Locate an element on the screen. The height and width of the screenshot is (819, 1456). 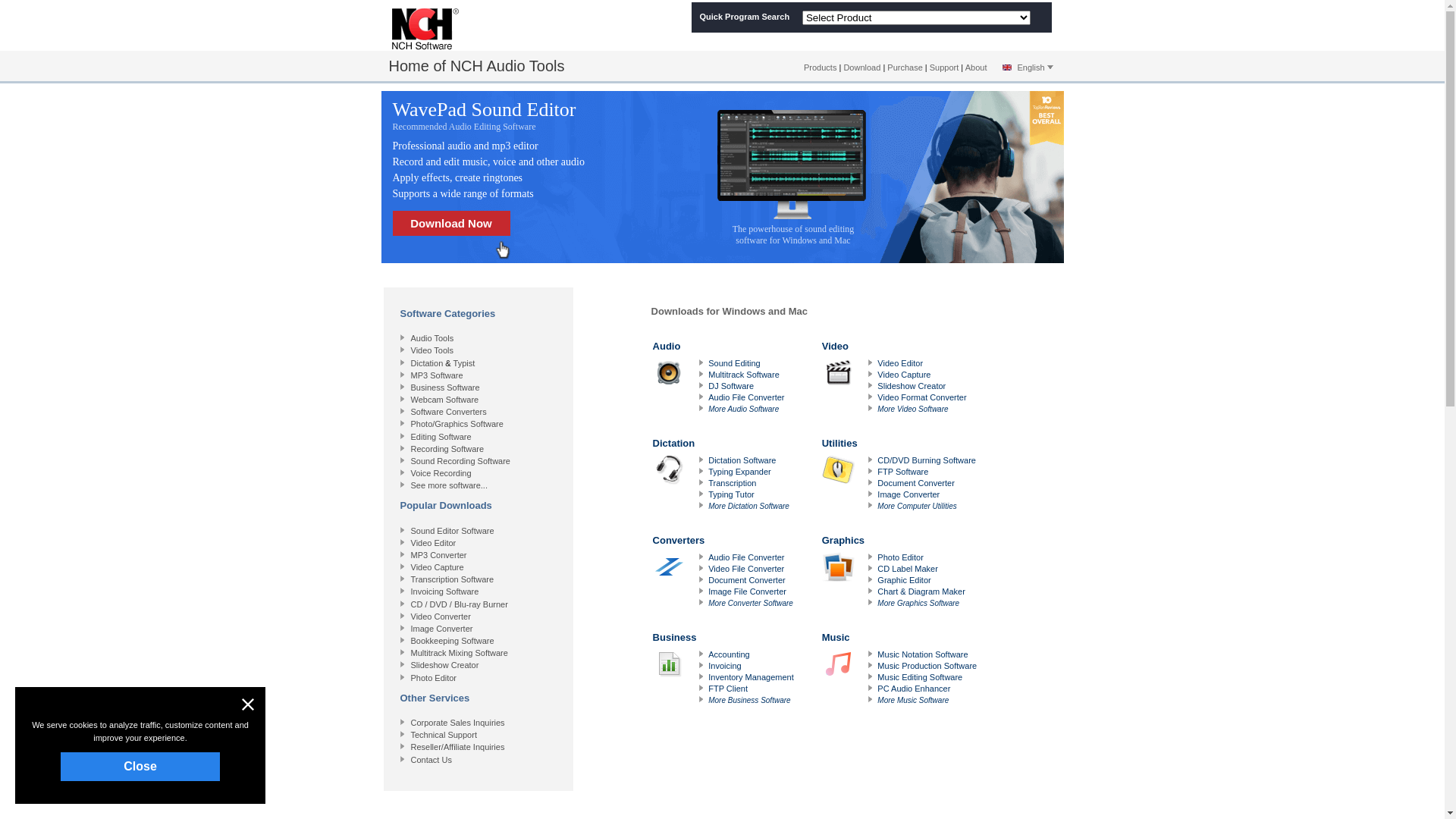
'Document Converter' is located at coordinates (915, 482).